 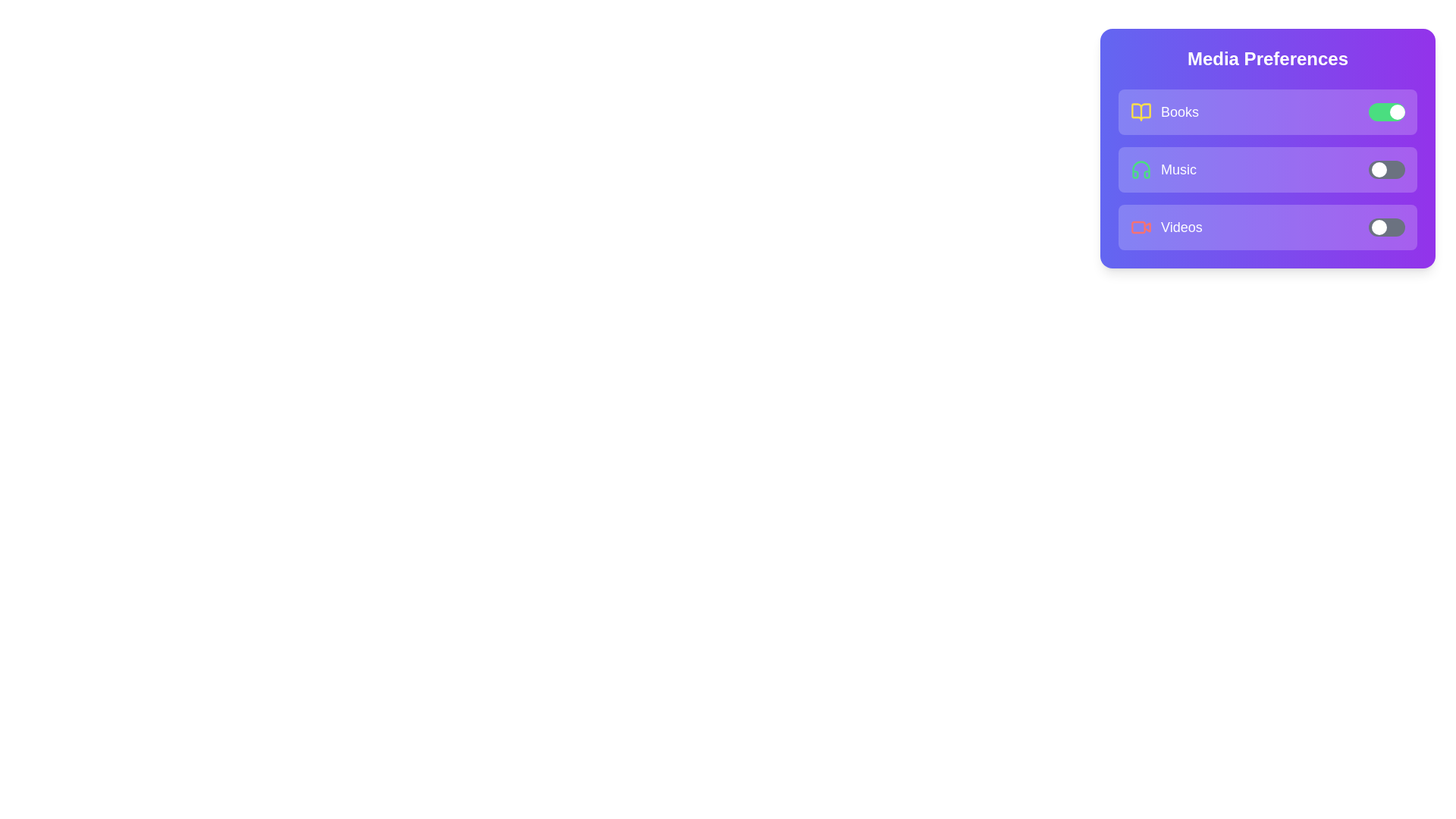 I want to click on the open book icon with a yellow fill located in the 'Media Preferences' section, positioned to the left of the 'Books' label, so click(x=1141, y=111).